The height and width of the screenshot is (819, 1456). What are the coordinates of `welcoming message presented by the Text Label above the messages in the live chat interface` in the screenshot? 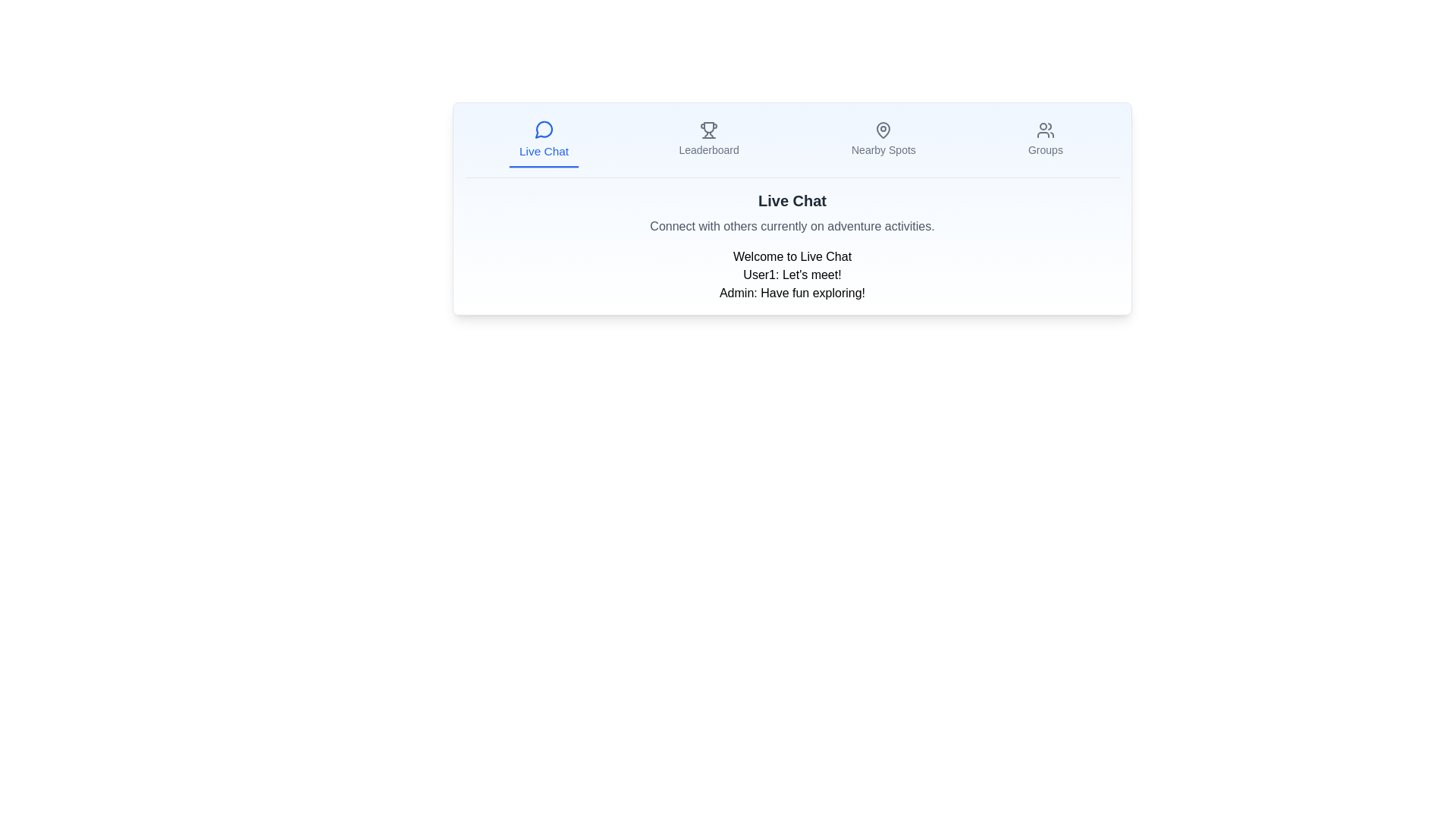 It's located at (792, 256).